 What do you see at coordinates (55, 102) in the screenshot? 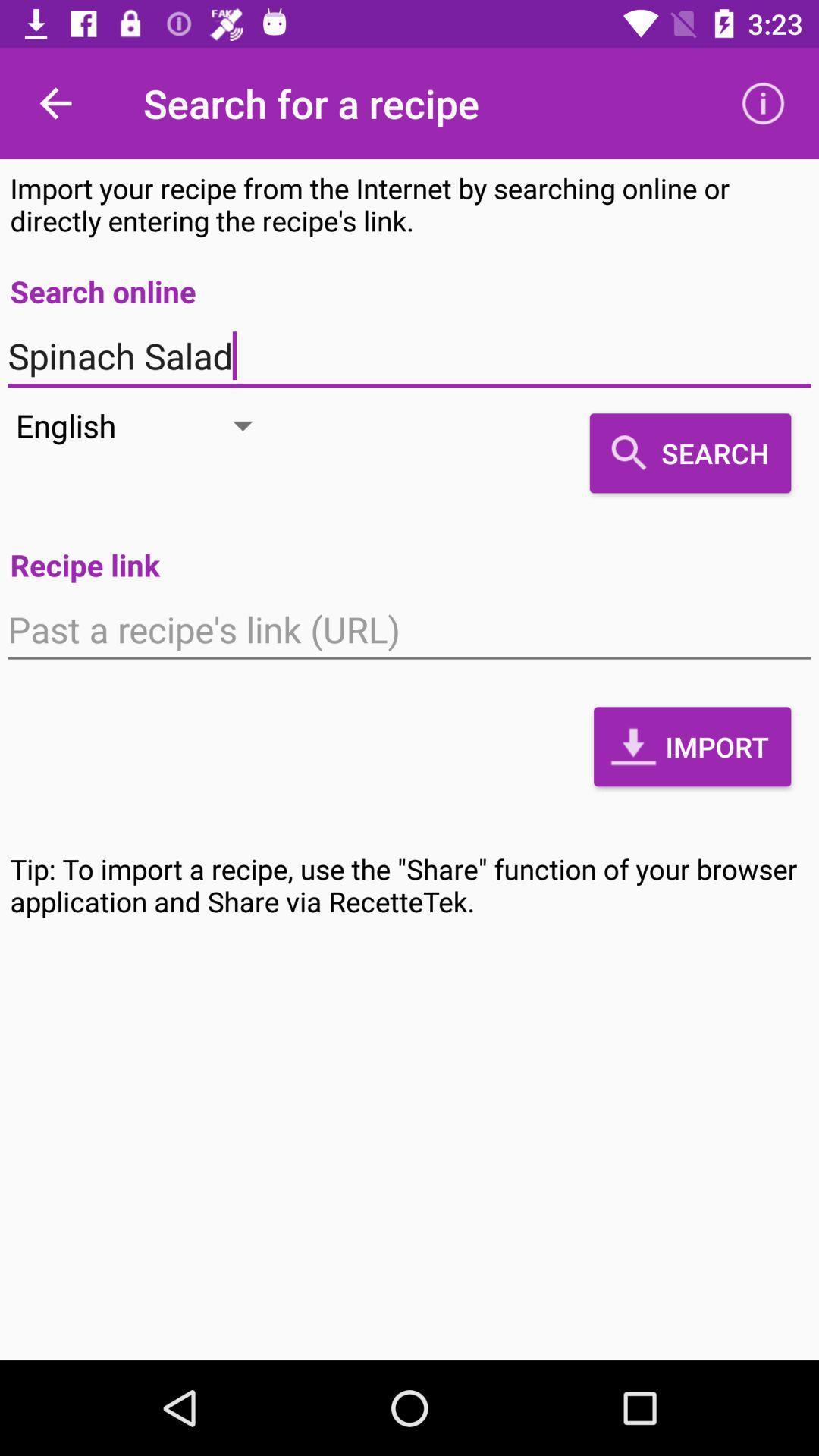
I see `the item above import your recipe item` at bounding box center [55, 102].